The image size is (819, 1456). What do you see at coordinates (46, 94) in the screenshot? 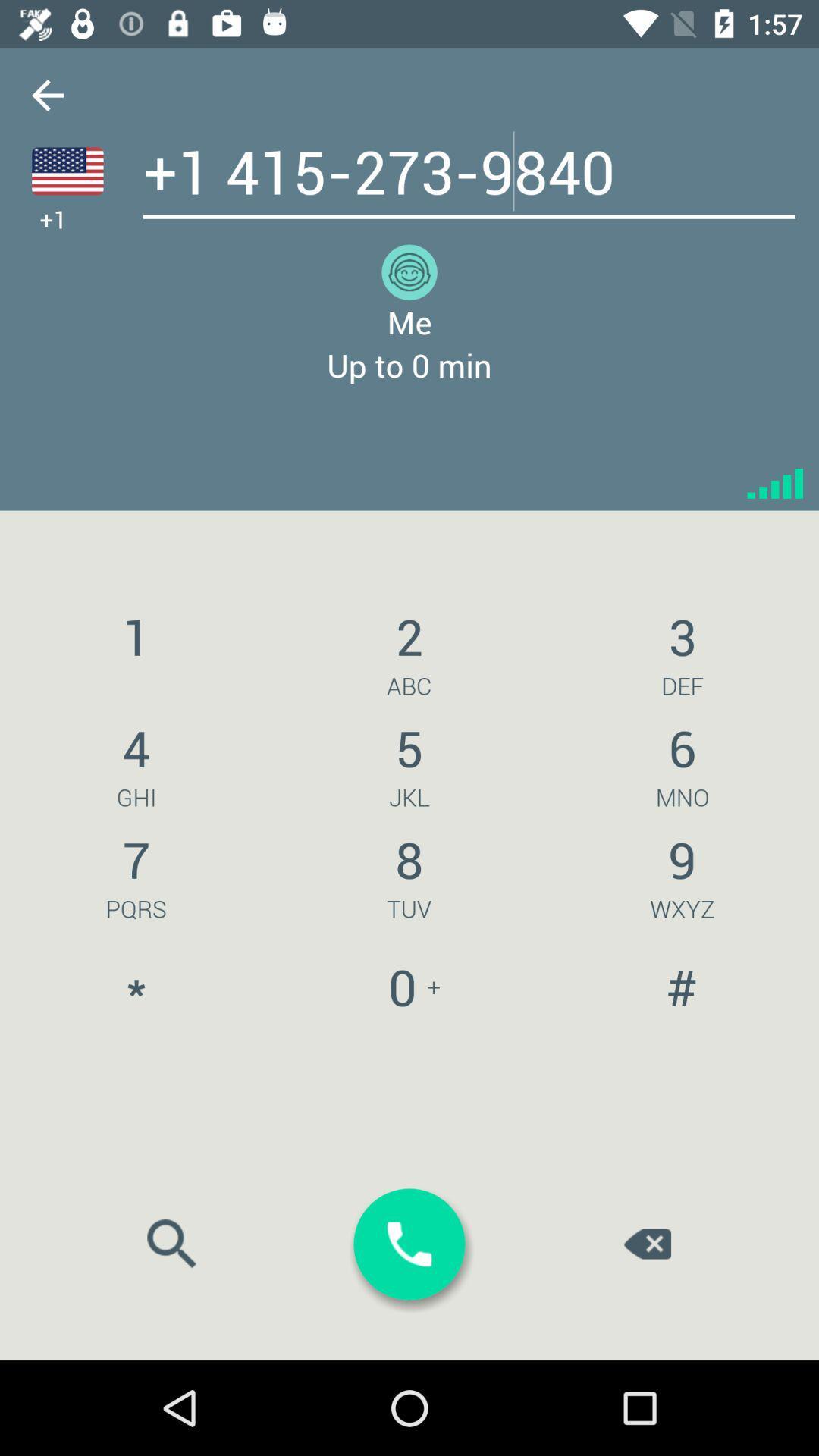
I see `the arrow_backward icon` at bounding box center [46, 94].